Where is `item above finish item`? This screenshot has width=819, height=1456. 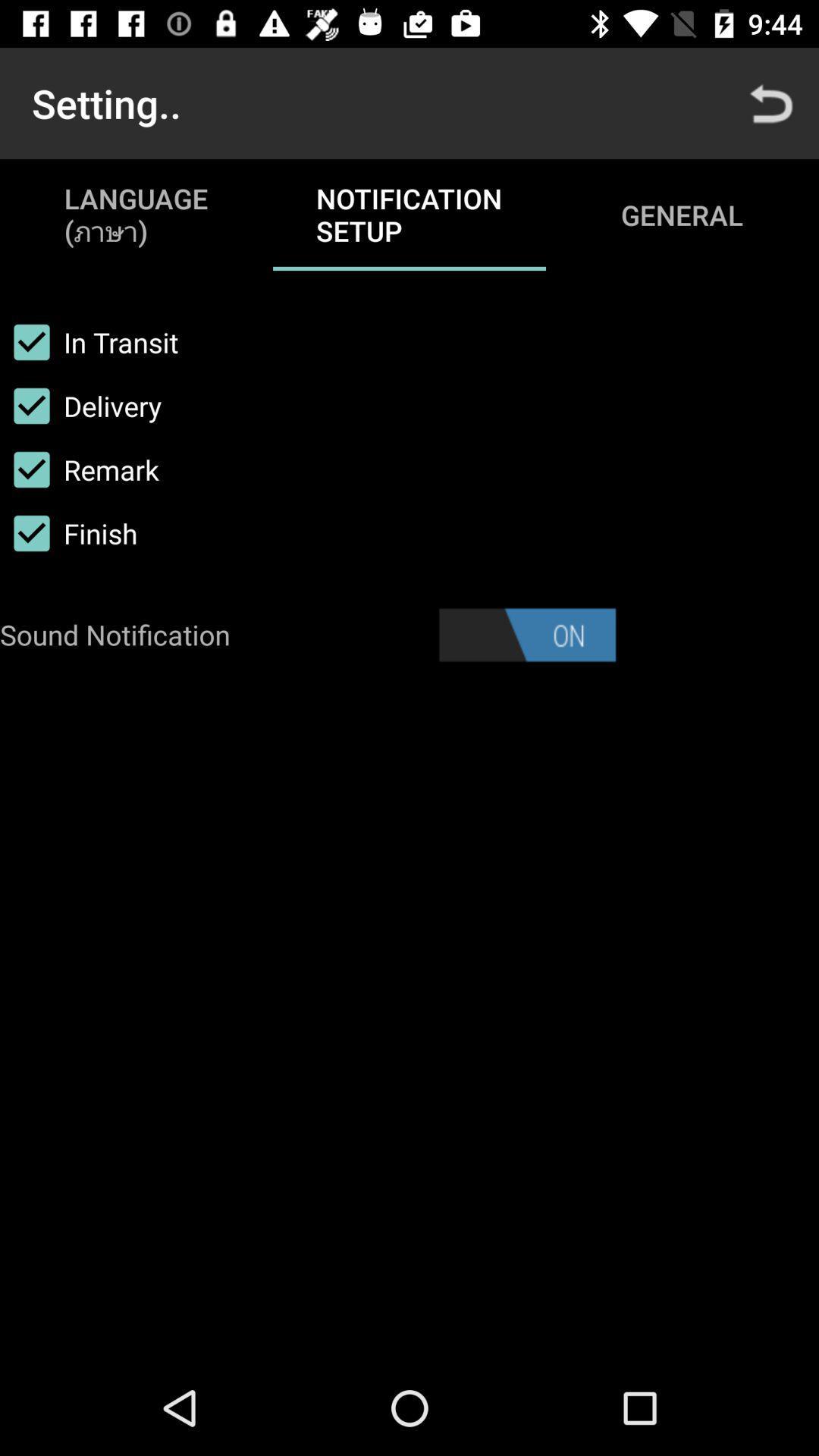 item above finish item is located at coordinates (79, 469).